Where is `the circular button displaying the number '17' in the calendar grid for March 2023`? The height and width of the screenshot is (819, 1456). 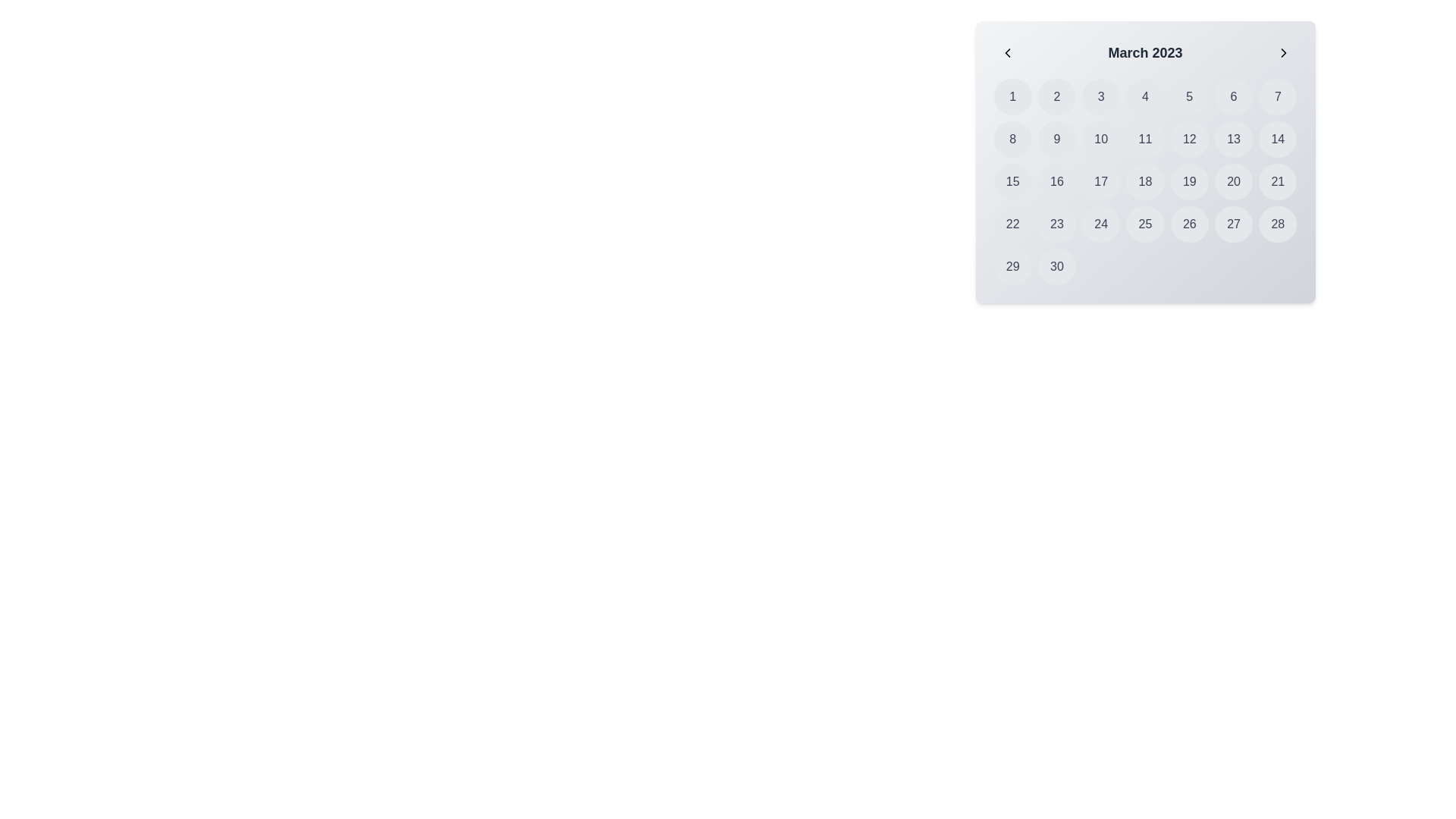
the circular button displaying the number '17' in the calendar grid for March 2023 is located at coordinates (1101, 180).